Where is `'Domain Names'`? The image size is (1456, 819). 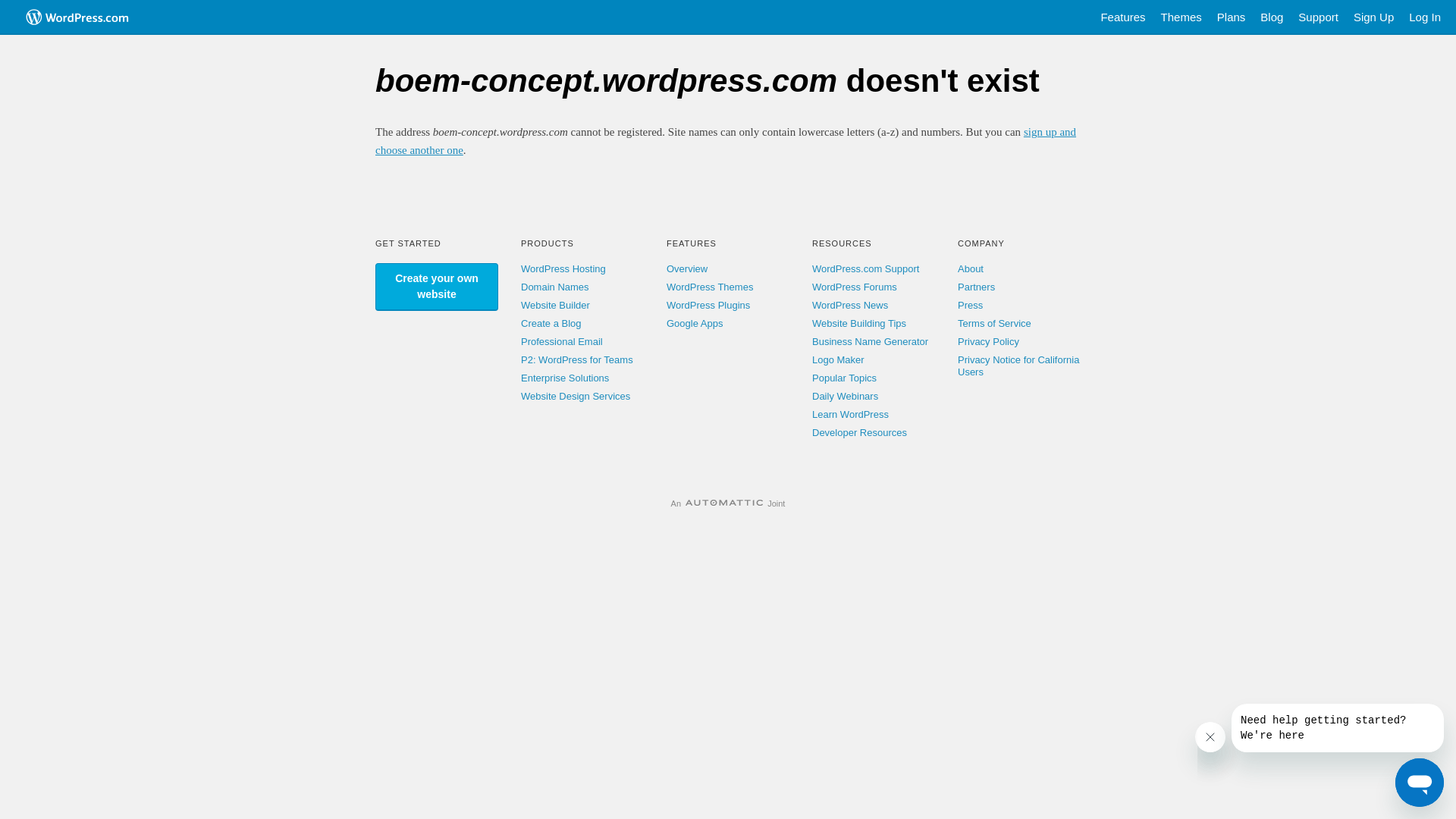 'Domain Names' is located at coordinates (554, 287).